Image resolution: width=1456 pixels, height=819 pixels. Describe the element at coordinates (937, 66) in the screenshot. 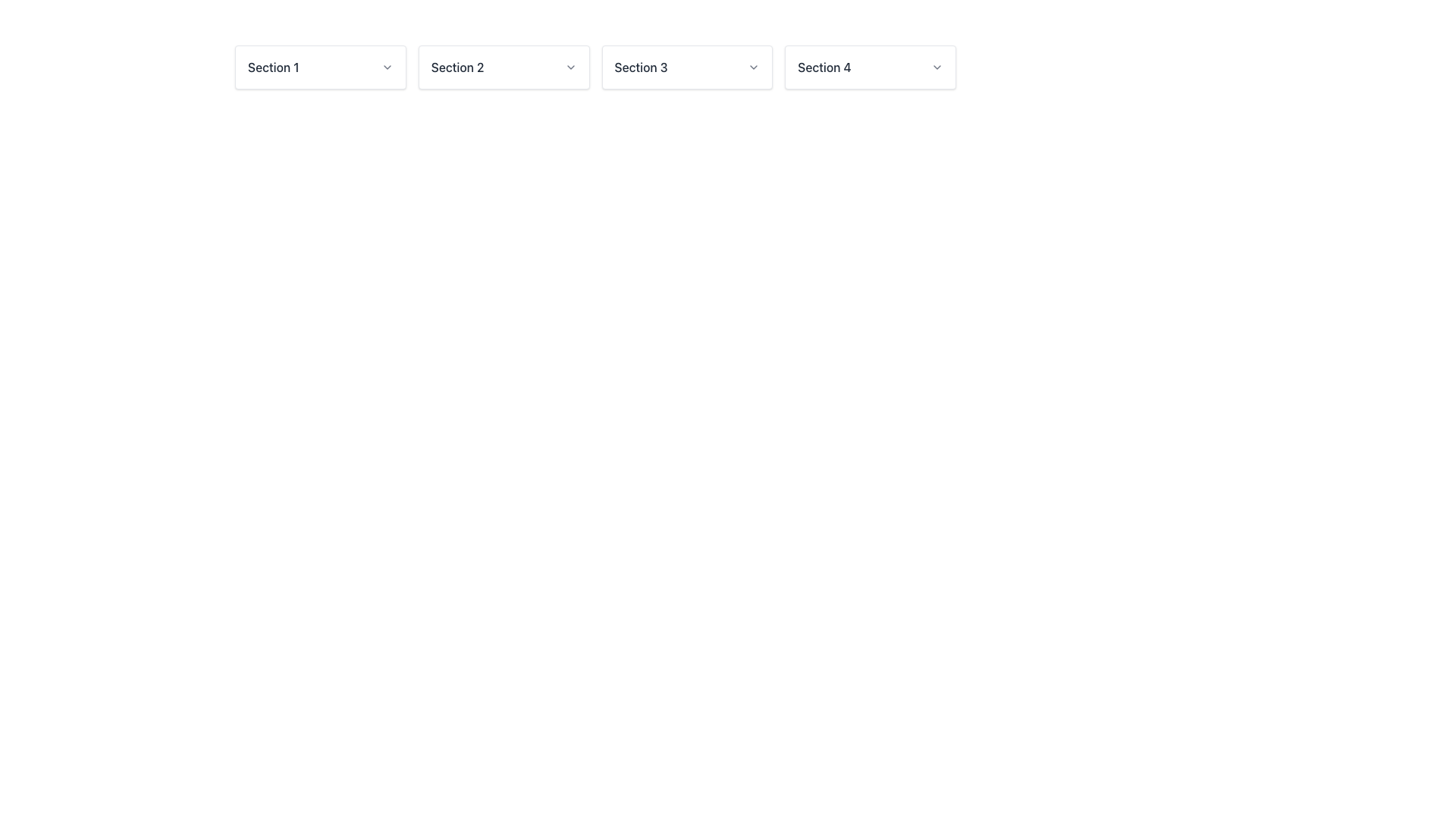

I see `the downward-pointing chevron icon located on the right side of 'Section 4'` at that location.